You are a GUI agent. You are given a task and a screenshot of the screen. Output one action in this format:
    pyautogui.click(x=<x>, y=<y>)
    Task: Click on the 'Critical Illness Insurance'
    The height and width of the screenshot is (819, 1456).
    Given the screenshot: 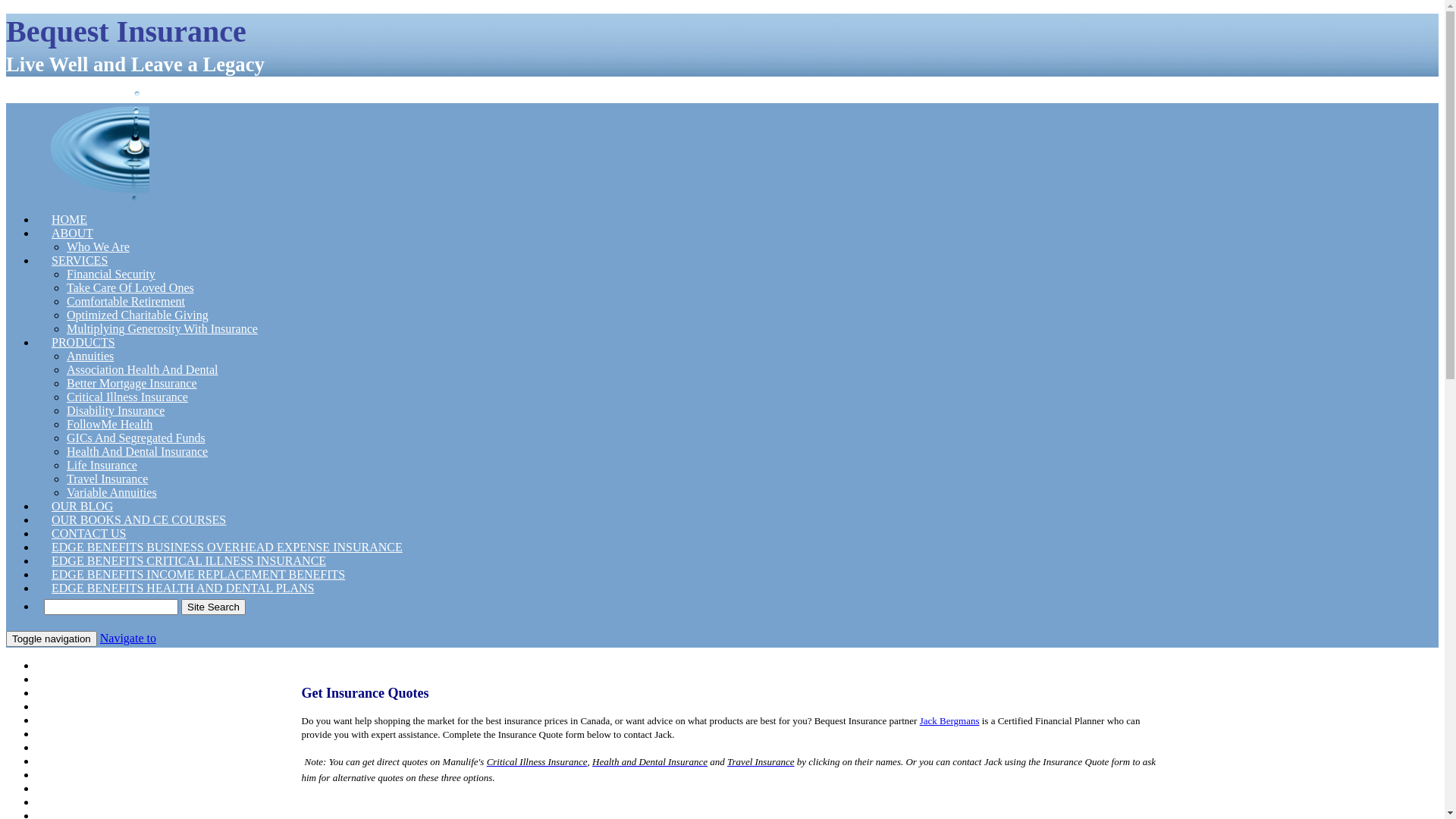 What is the action you would take?
    pyautogui.click(x=127, y=396)
    